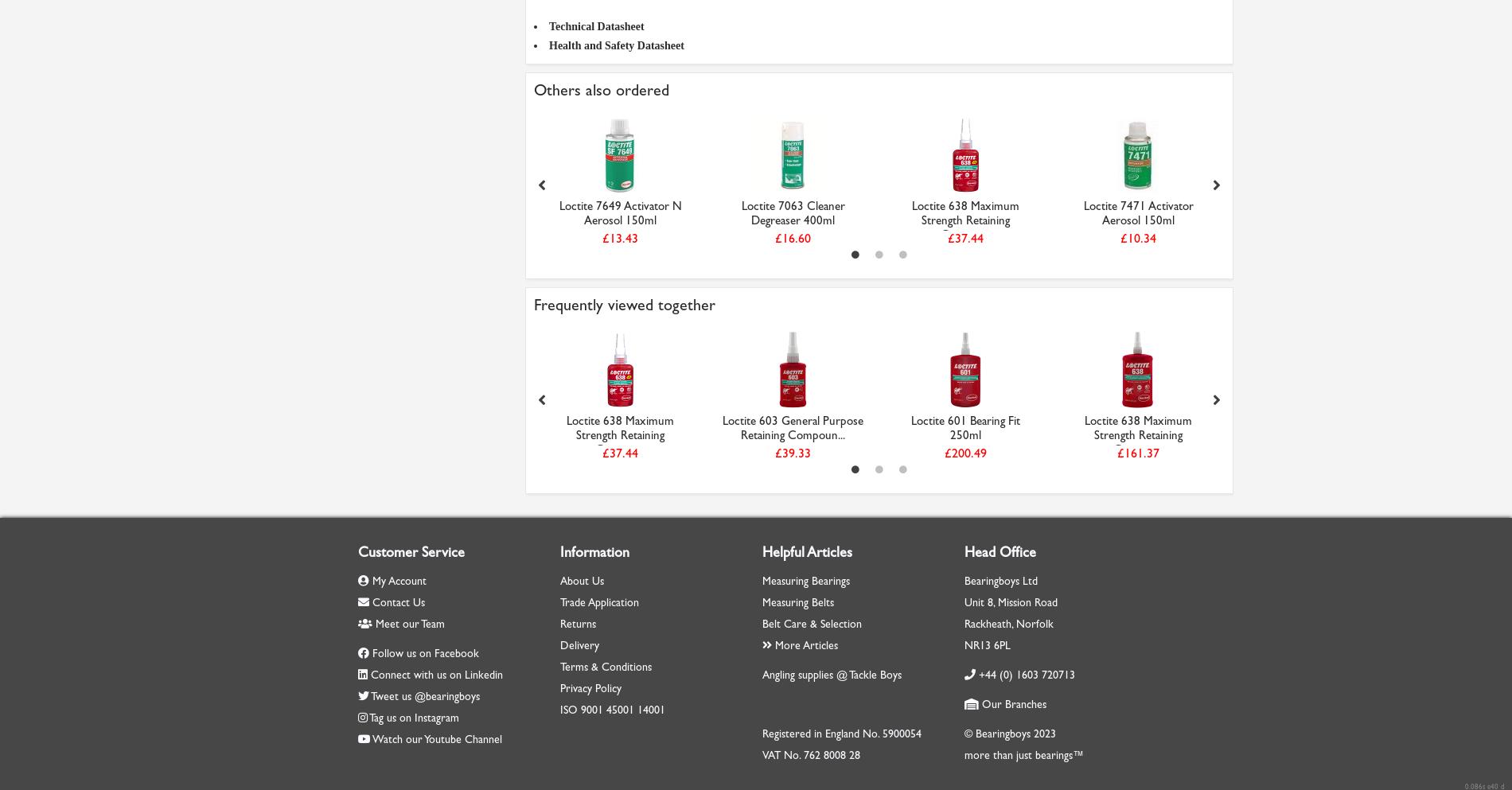 The height and width of the screenshot is (790, 1512). What do you see at coordinates (84, 238) in the screenshot?
I see `'£10.14'` at bounding box center [84, 238].